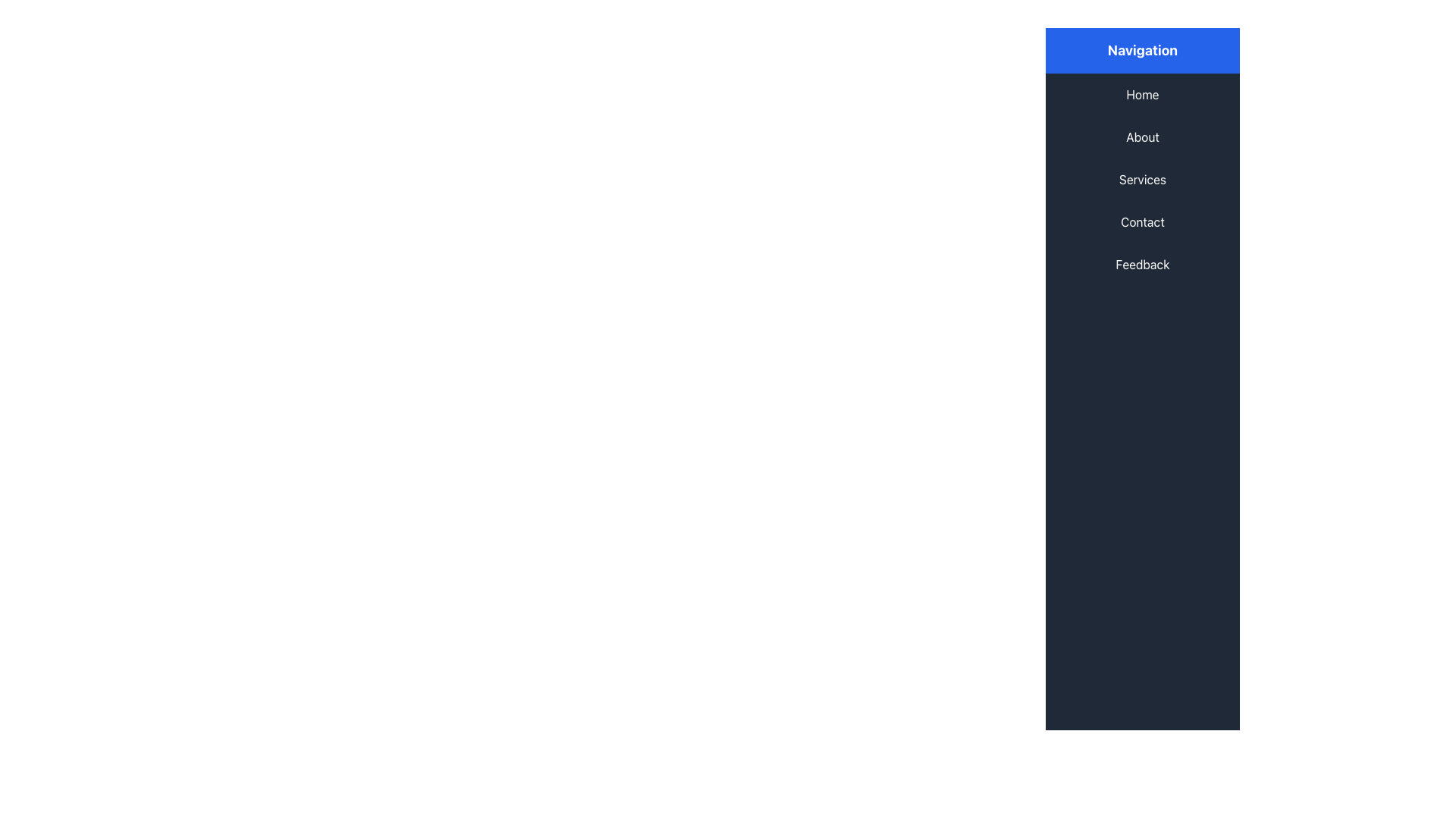 The width and height of the screenshot is (1456, 819). I want to click on the third item in the vertically stacked navigation menu, which serves as a text label for redirecting users to the services section of the application, so click(1143, 178).